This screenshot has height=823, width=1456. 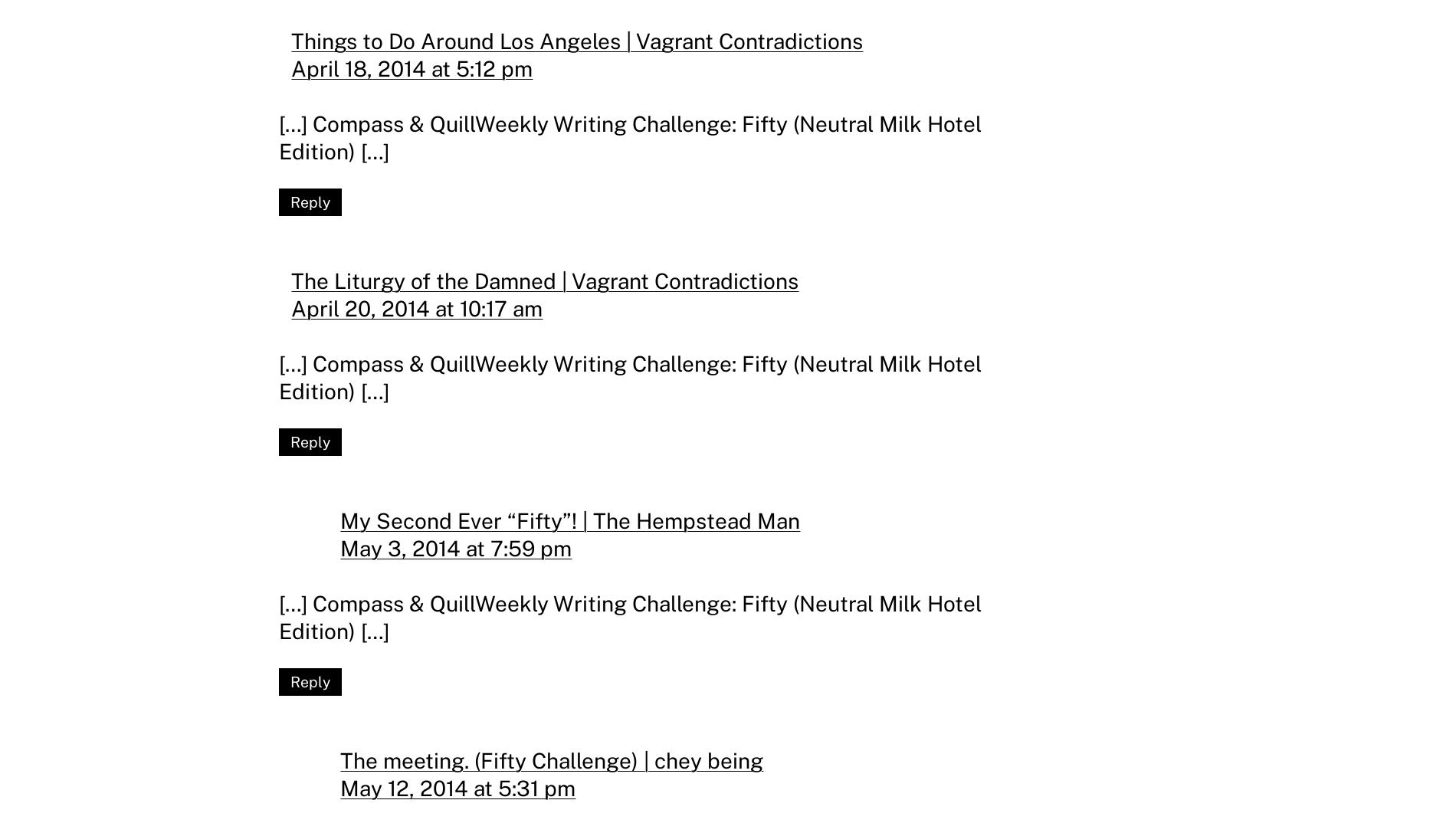 I want to click on 'My Second Ever “Fifty”! | The Hempstead Man', so click(x=569, y=520).